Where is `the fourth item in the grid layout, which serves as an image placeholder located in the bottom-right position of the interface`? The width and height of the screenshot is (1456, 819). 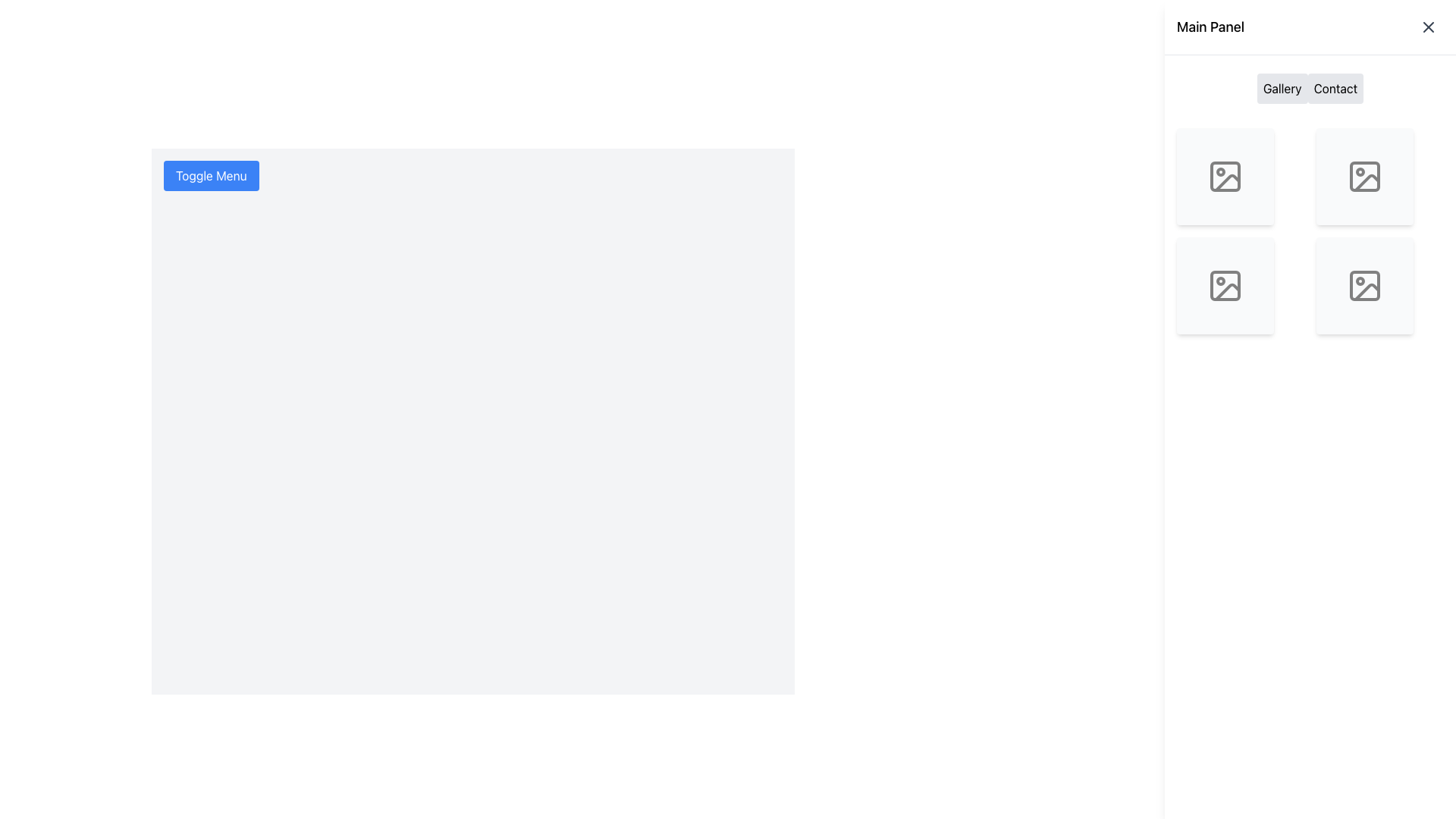
the fourth item in the grid layout, which serves as an image placeholder located in the bottom-right position of the interface is located at coordinates (1365, 286).